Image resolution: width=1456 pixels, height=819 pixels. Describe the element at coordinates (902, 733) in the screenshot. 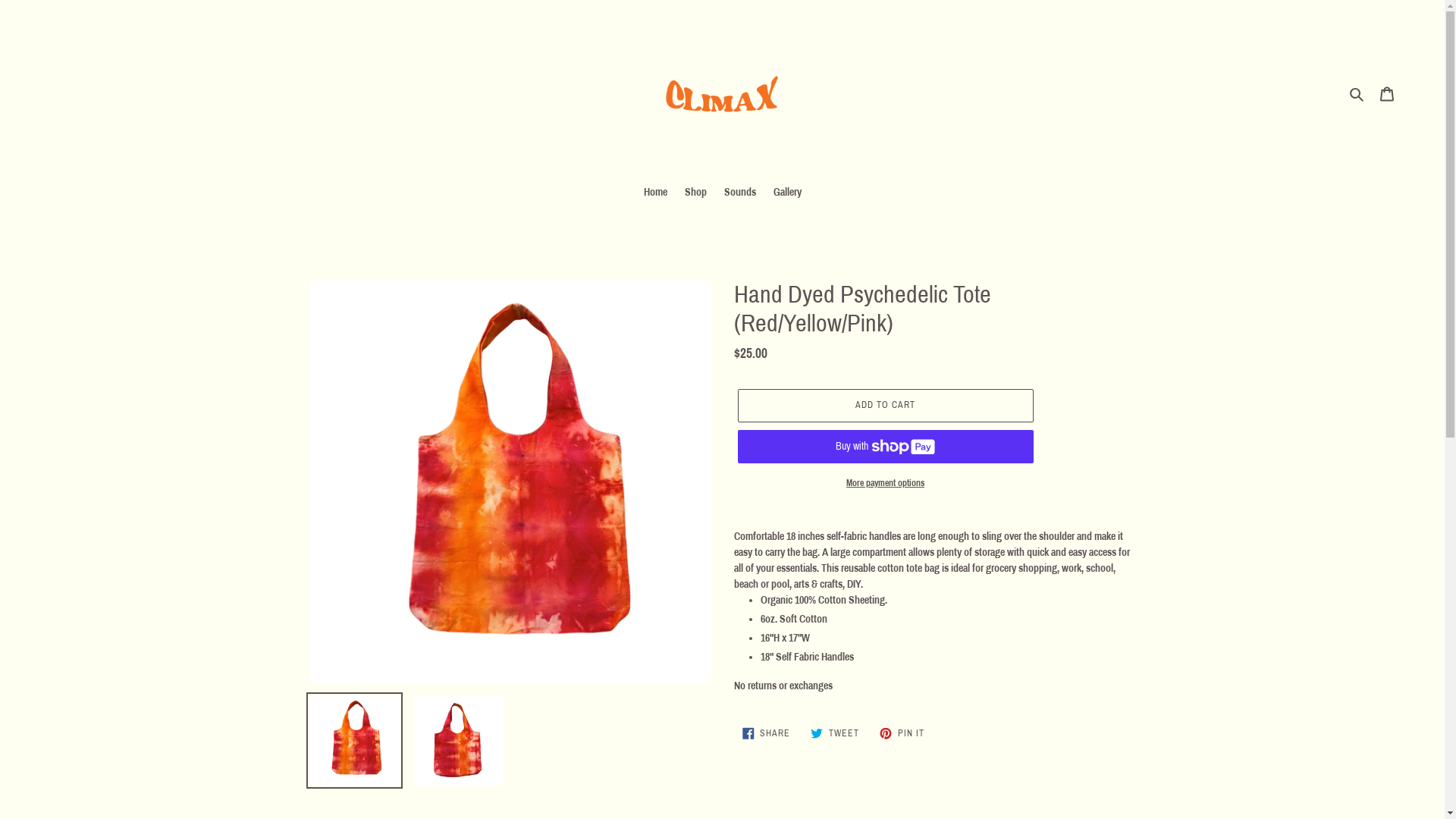

I see `'PIN IT` at that location.